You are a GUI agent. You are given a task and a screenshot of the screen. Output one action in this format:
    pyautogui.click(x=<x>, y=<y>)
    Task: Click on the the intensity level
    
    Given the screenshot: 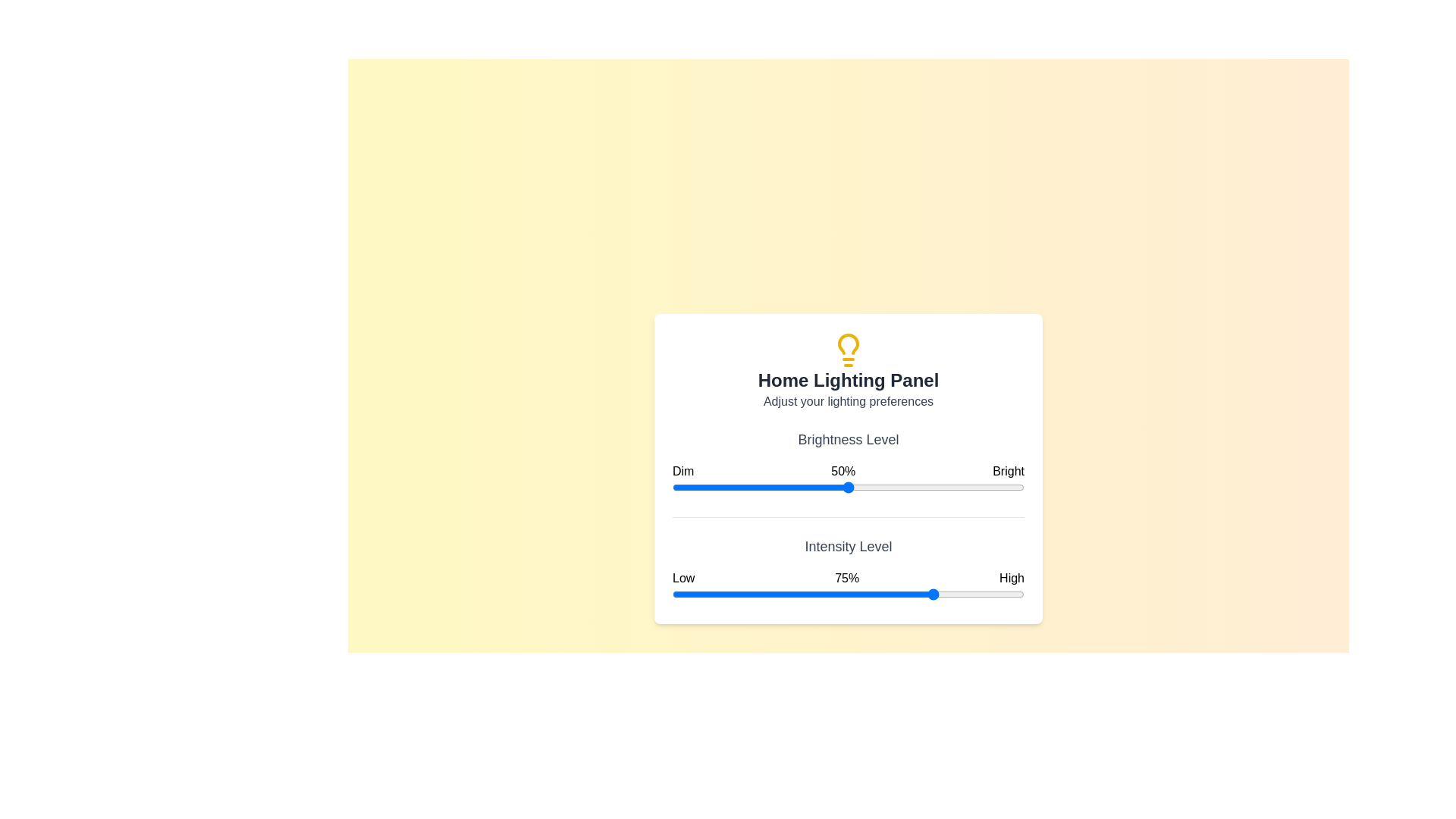 What is the action you would take?
    pyautogui.click(x=847, y=593)
    